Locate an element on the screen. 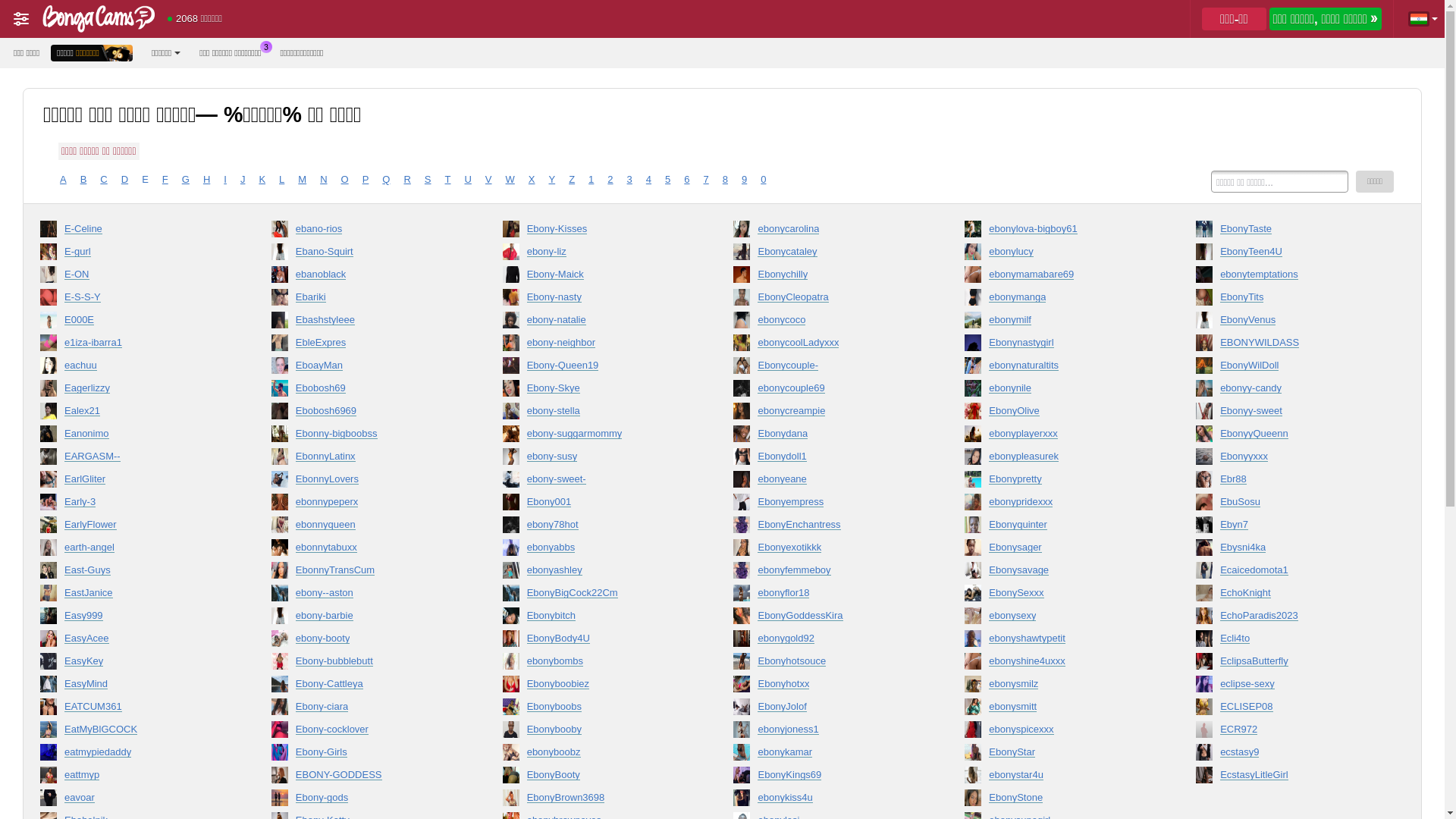  'ebonyfemmeboy' is located at coordinates (733, 573).